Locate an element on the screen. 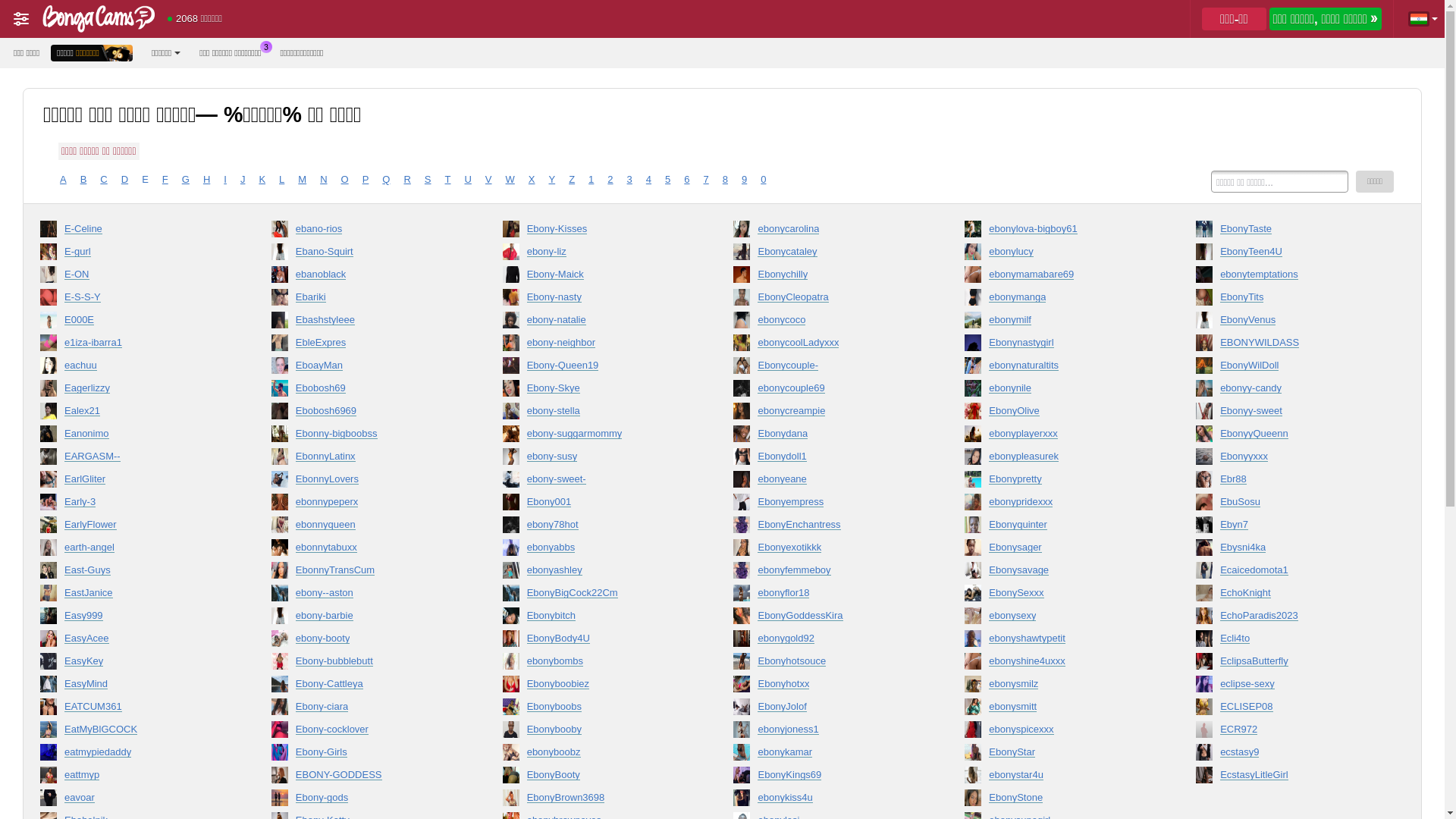  'ebonyfemmeboy' is located at coordinates (733, 573).